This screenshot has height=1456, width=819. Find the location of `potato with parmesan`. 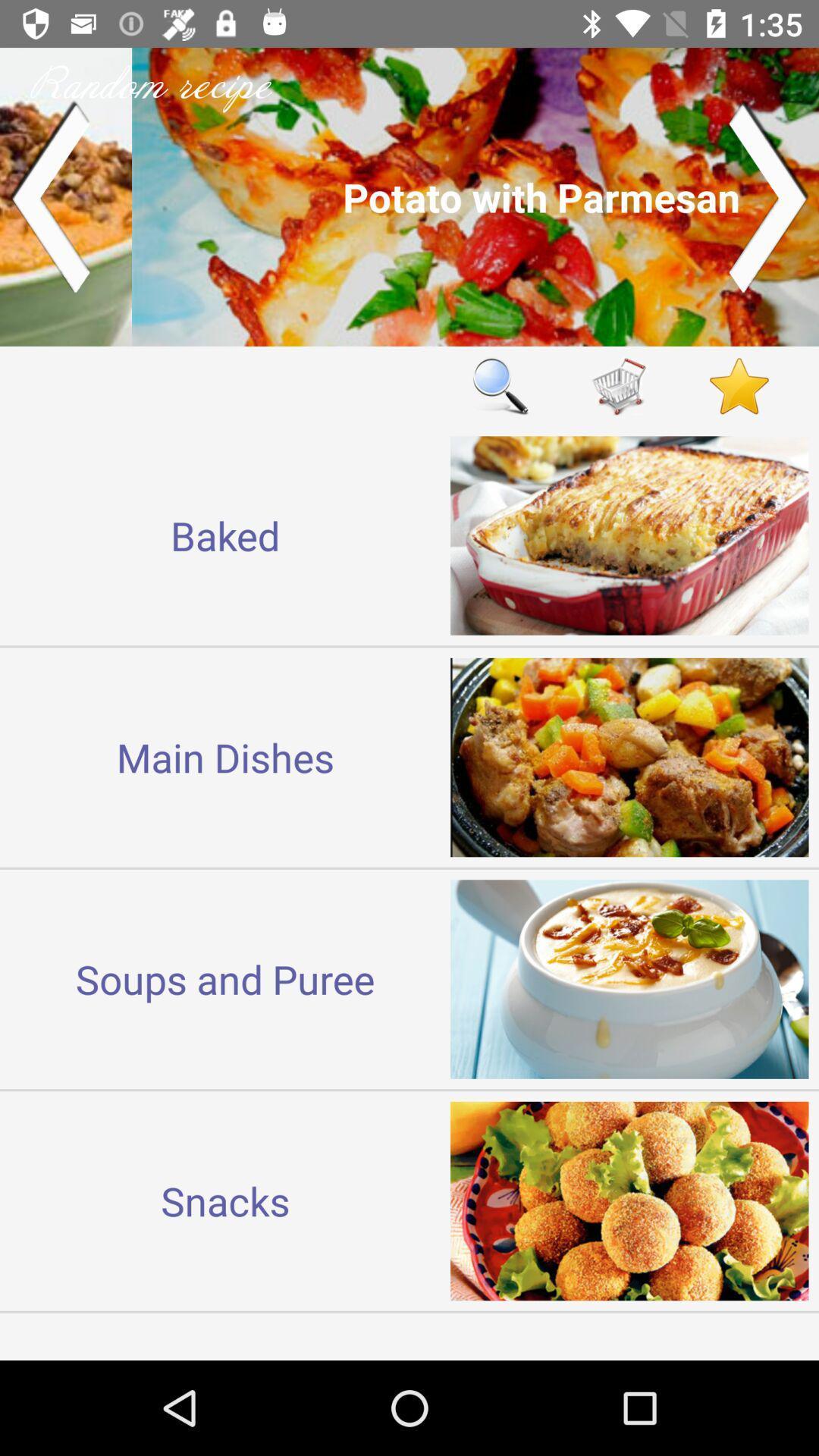

potato with parmesan is located at coordinates (409, 196).